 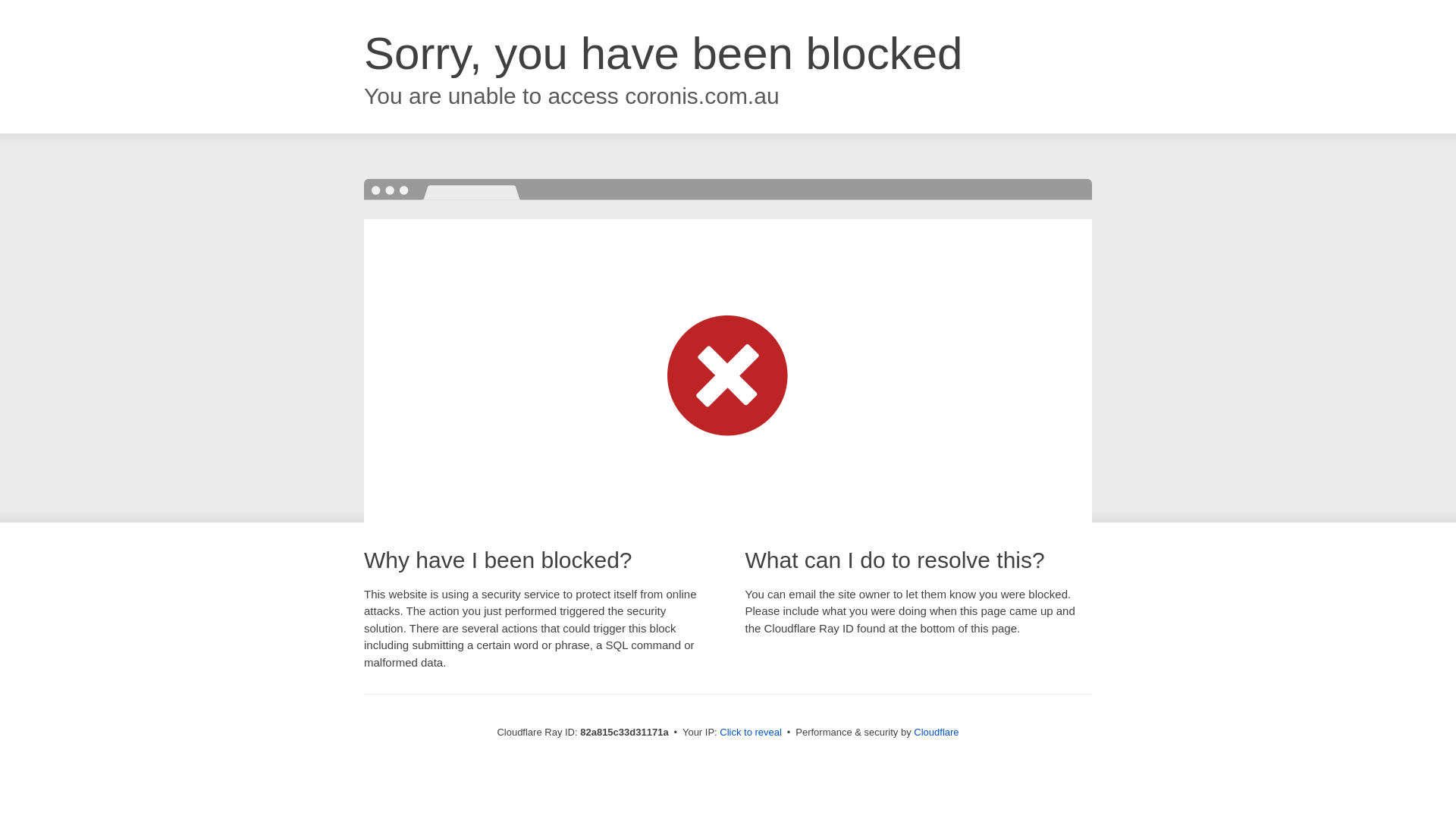 I want to click on 'Cloudflare', so click(x=935, y=731).